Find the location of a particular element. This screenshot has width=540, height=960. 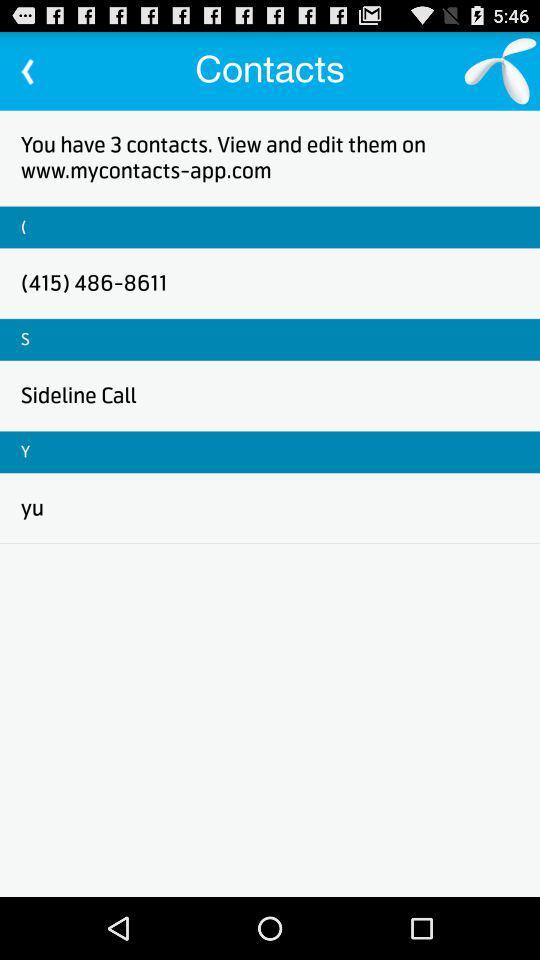

icon below y is located at coordinates (31, 507).